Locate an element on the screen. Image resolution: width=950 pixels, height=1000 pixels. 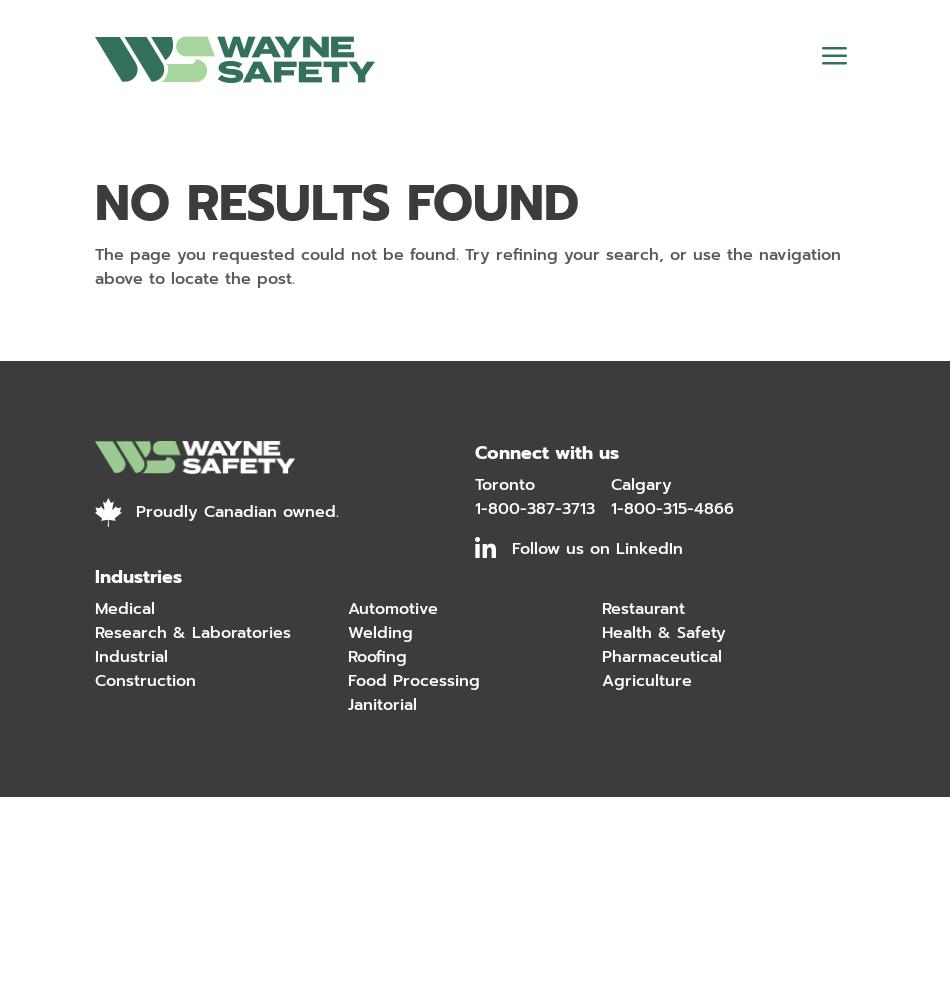
'Toronto' is located at coordinates (505, 484).